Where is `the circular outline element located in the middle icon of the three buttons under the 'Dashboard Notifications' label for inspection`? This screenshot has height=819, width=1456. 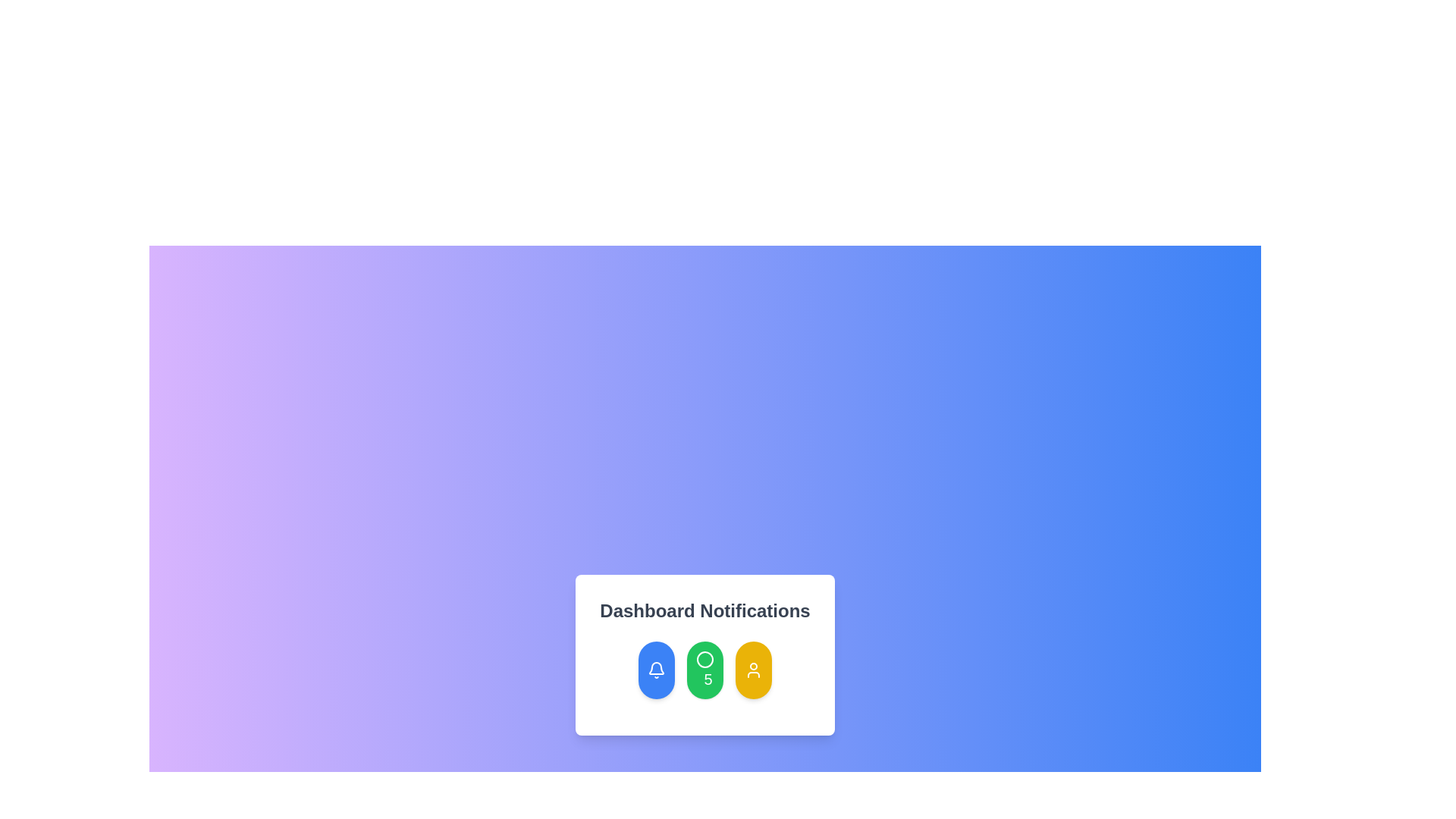
the circular outline element located in the middle icon of the three buttons under the 'Dashboard Notifications' label for inspection is located at coordinates (704, 659).